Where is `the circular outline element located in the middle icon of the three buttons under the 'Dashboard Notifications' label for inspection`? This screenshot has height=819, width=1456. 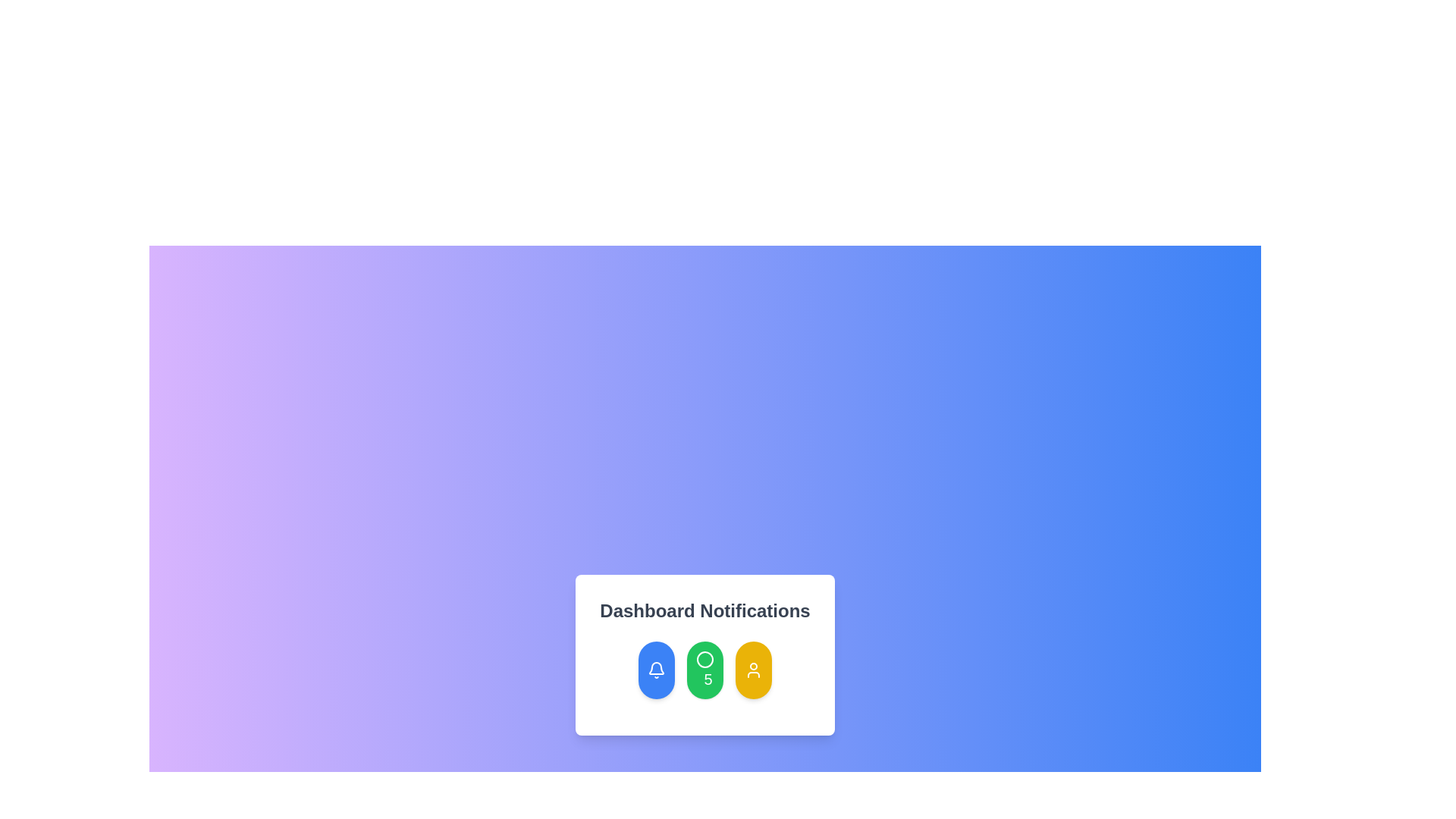
the circular outline element located in the middle icon of the three buttons under the 'Dashboard Notifications' label for inspection is located at coordinates (704, 659).